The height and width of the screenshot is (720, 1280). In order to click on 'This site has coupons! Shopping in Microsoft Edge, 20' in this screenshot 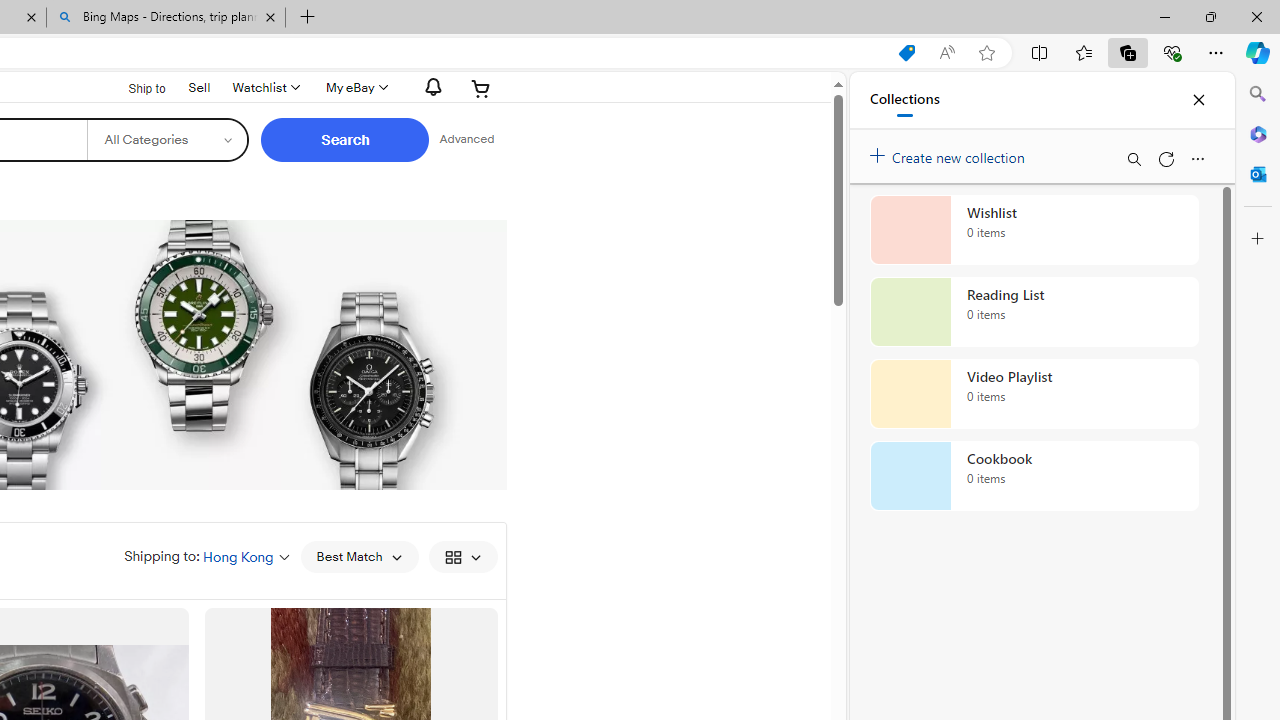, I will do `click(905, 52)`.